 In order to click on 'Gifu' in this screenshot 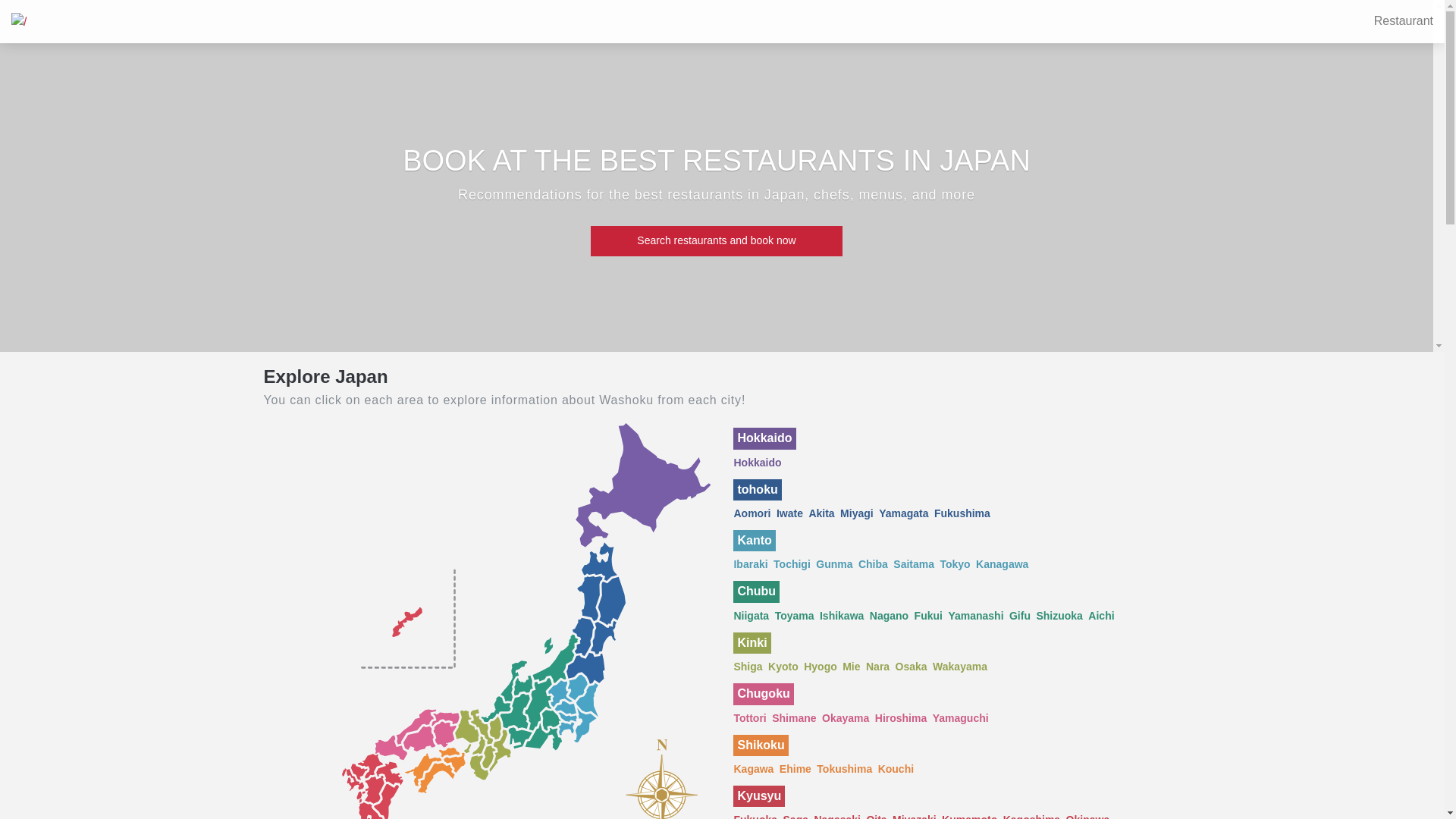, I will do `click(1019, 616)`.